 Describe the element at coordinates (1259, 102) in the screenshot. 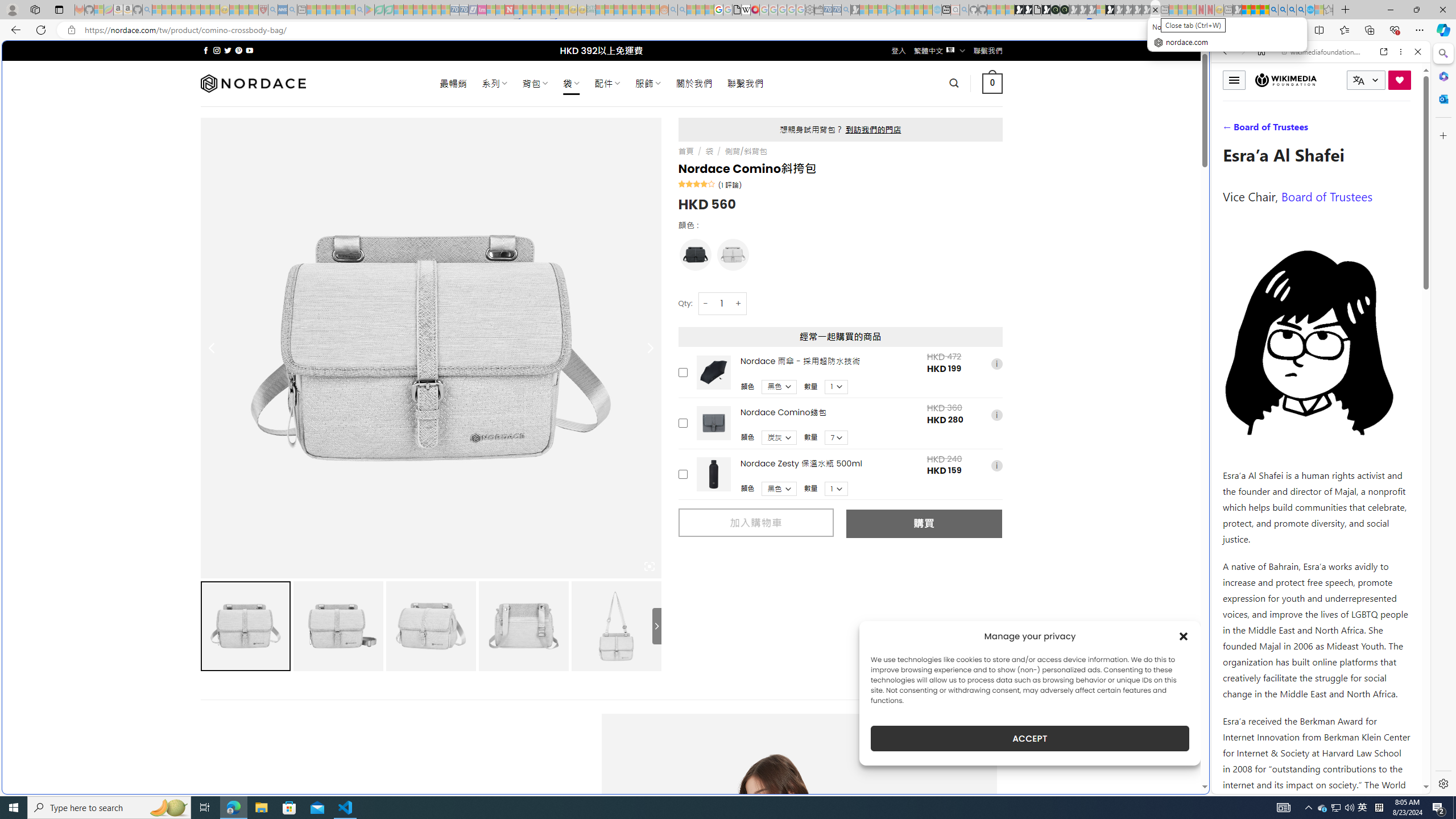

I see `'This site scope'` at that location.